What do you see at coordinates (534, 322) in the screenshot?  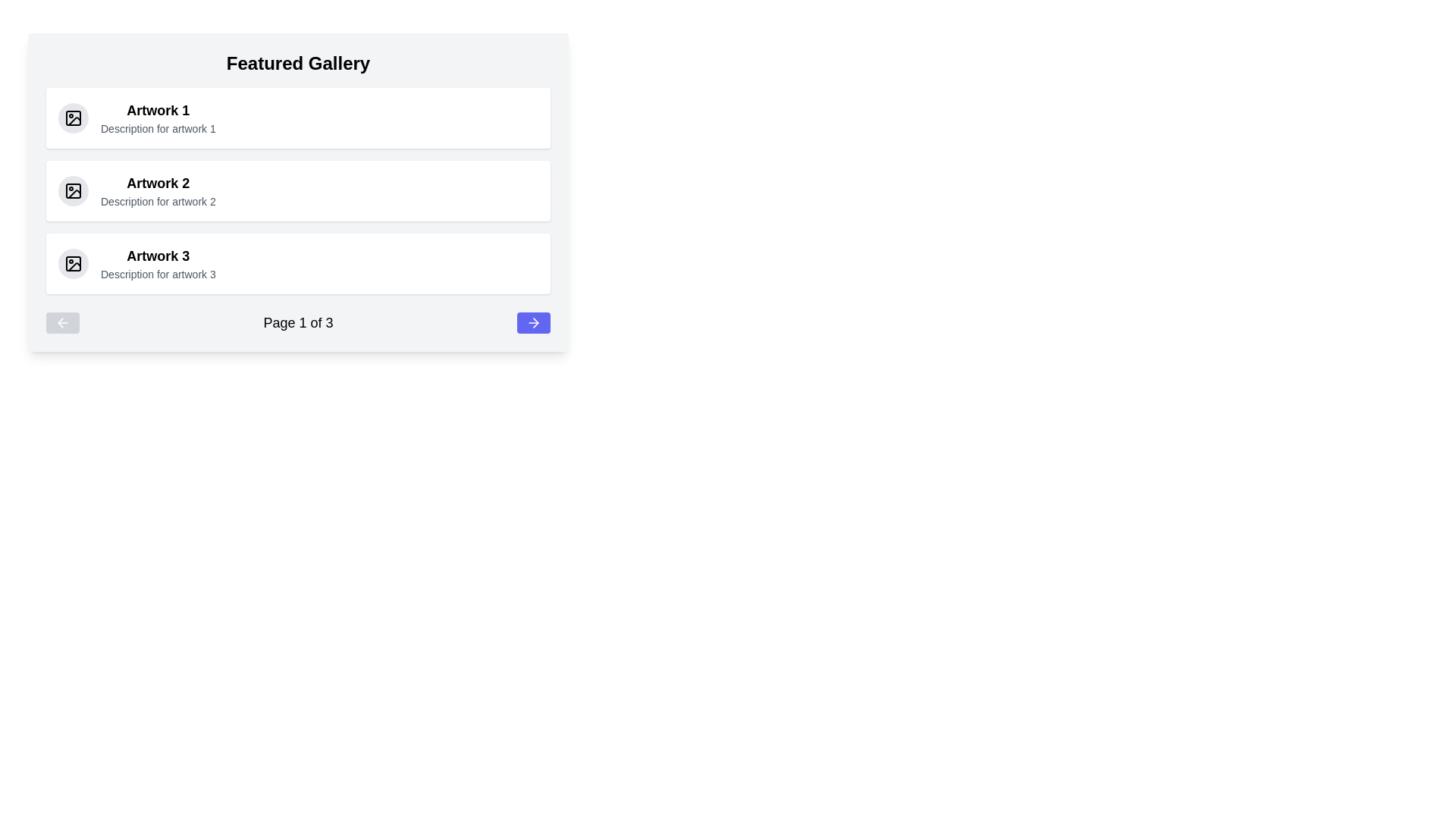 I see `the rightmost navigation button in the 'Featured Gallery' card` at bounding box center [534, 322].